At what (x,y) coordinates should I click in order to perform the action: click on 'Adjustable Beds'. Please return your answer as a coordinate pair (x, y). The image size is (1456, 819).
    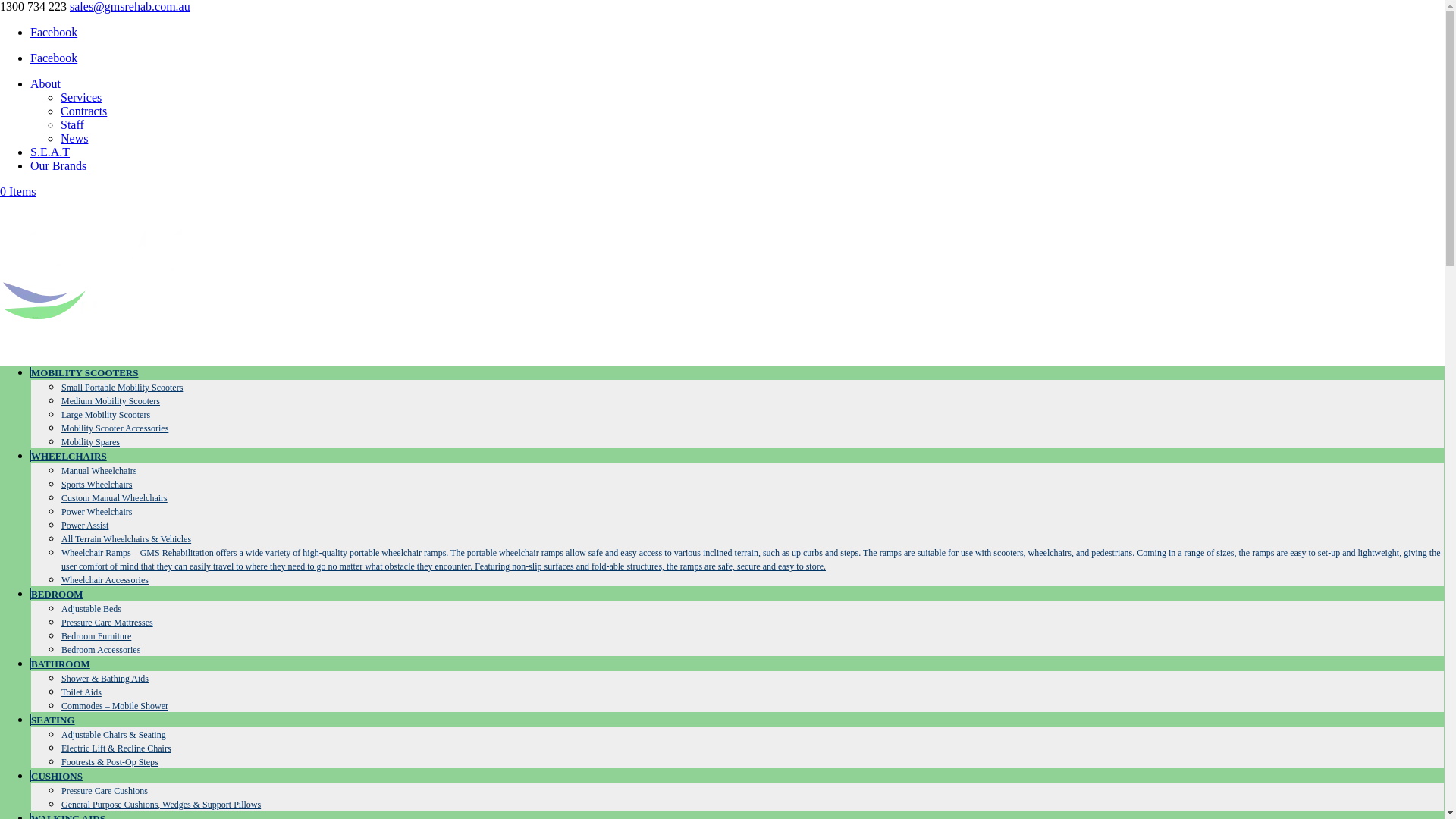
    Looking at the image, I should click on (90, 607).